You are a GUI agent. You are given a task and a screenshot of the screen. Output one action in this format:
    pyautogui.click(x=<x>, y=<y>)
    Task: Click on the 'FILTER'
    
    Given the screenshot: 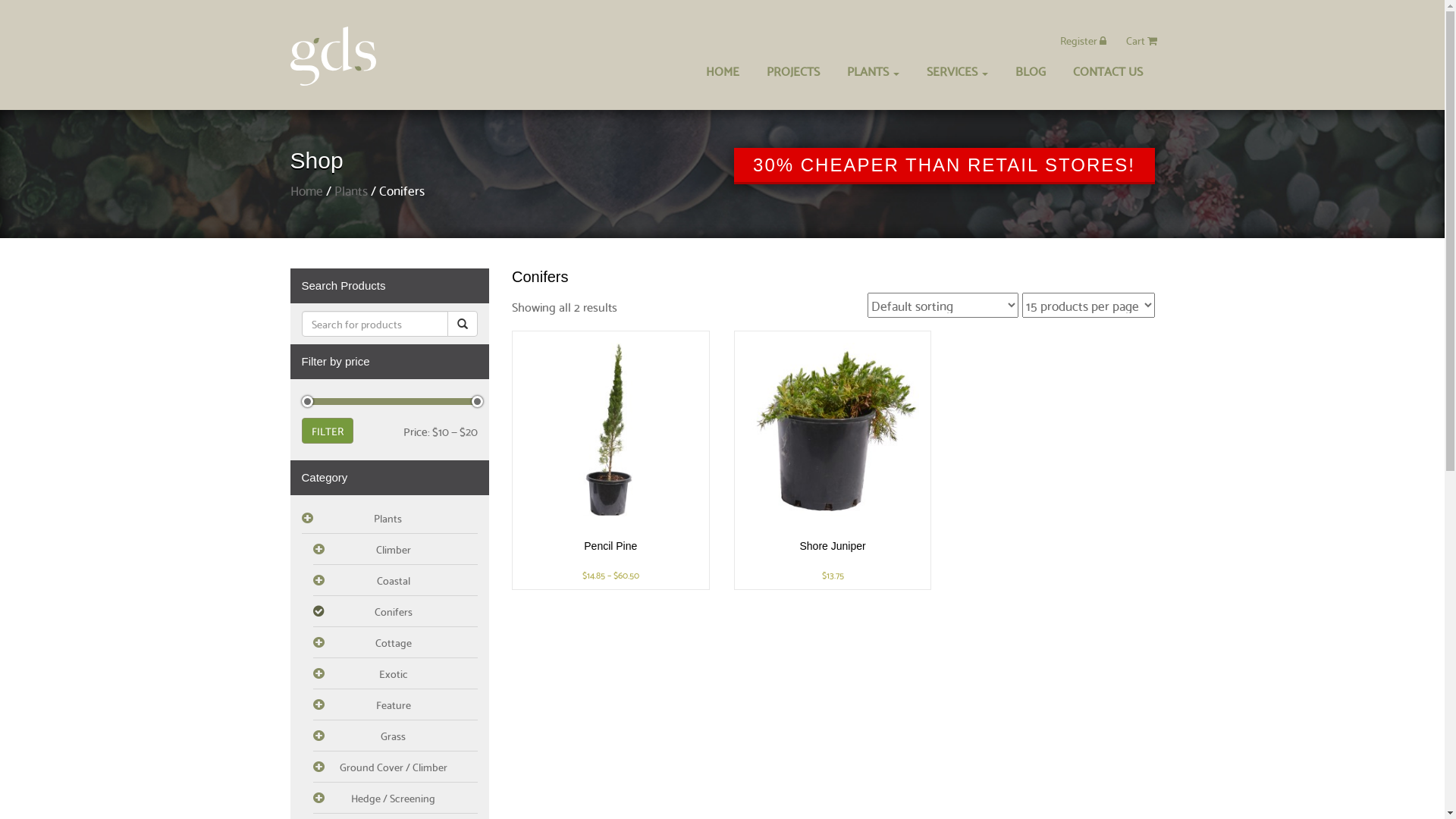 What is the action you would take?
    pyautogui.click(x=302, y=430)
    